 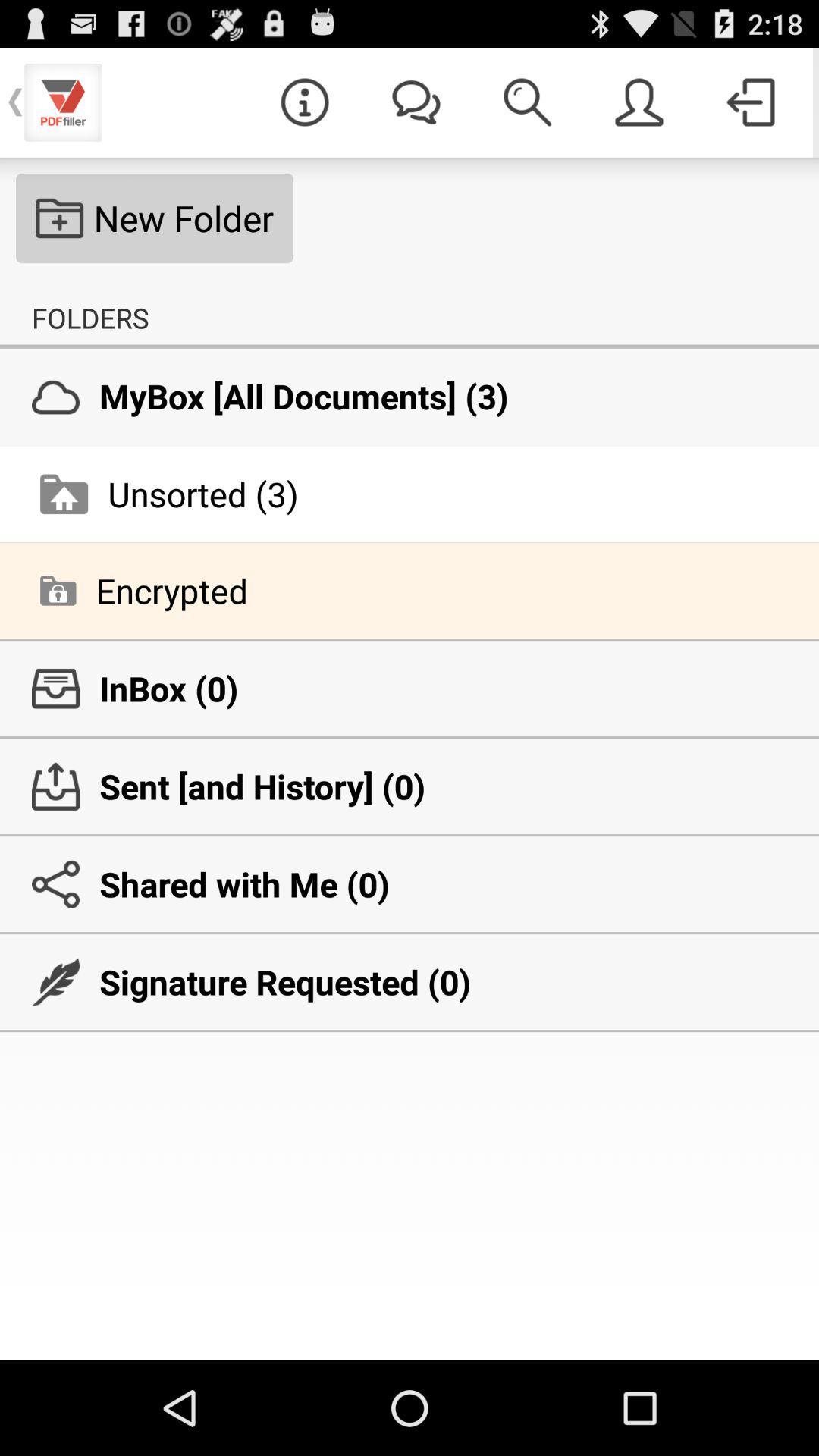 What do you see at coordinates (304, 101) in the screenshot?
I see `the button above the new folder icon` at bounding box center [304, 101].